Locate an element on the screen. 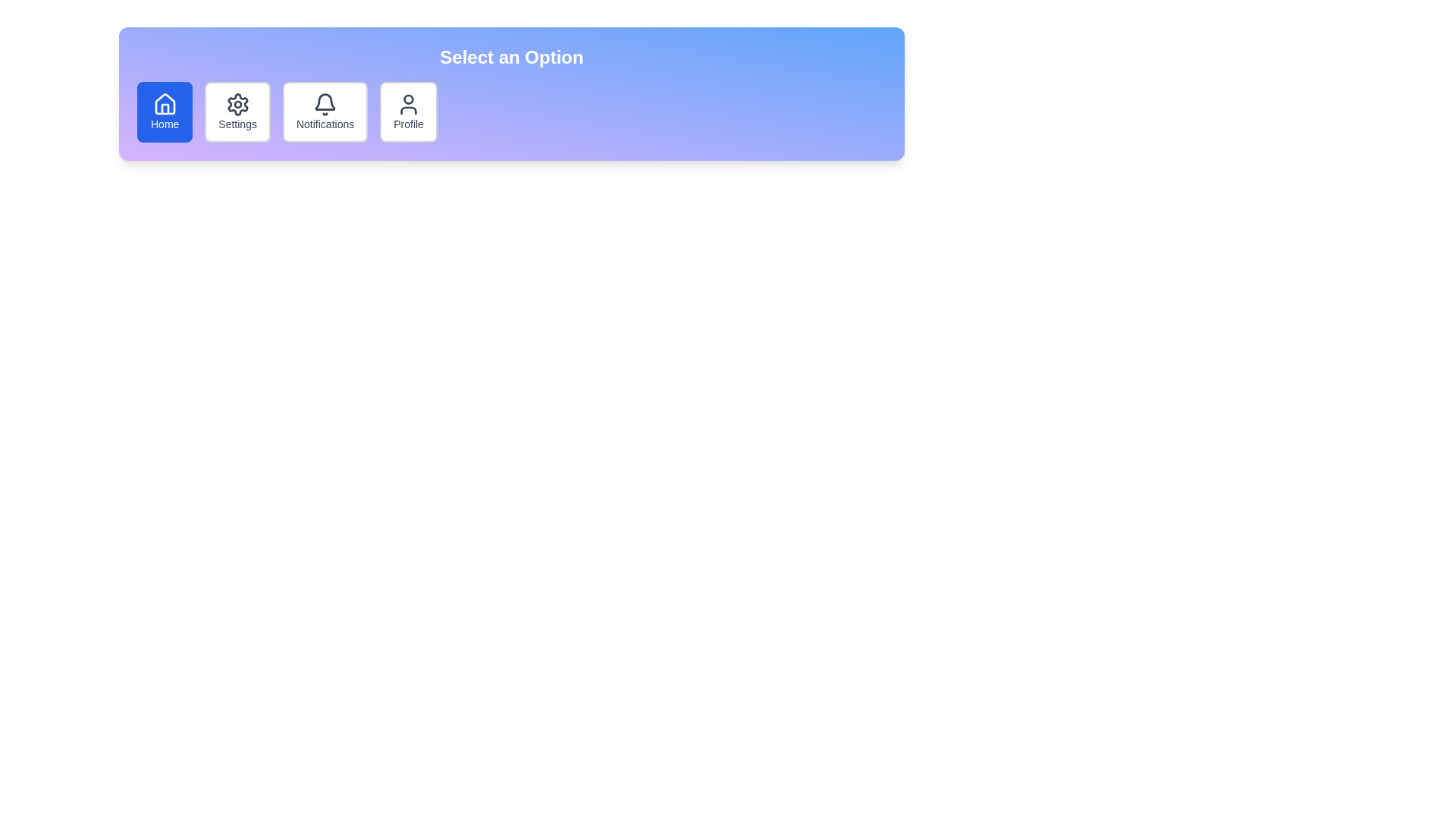  the 'Home' button in the navigation bar is located at coordinates (165, 103).